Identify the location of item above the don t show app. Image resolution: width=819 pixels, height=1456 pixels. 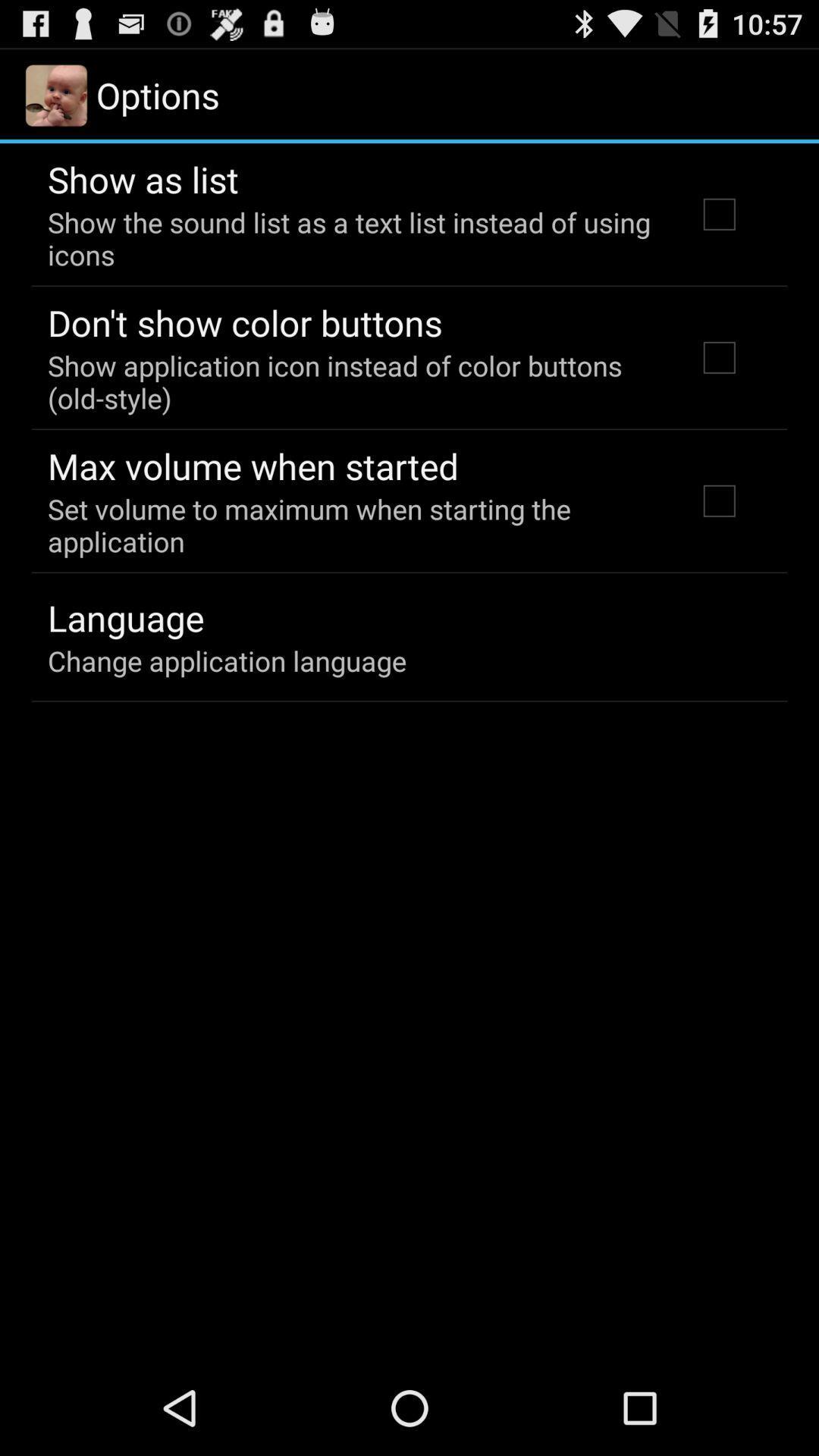
(351, 237).